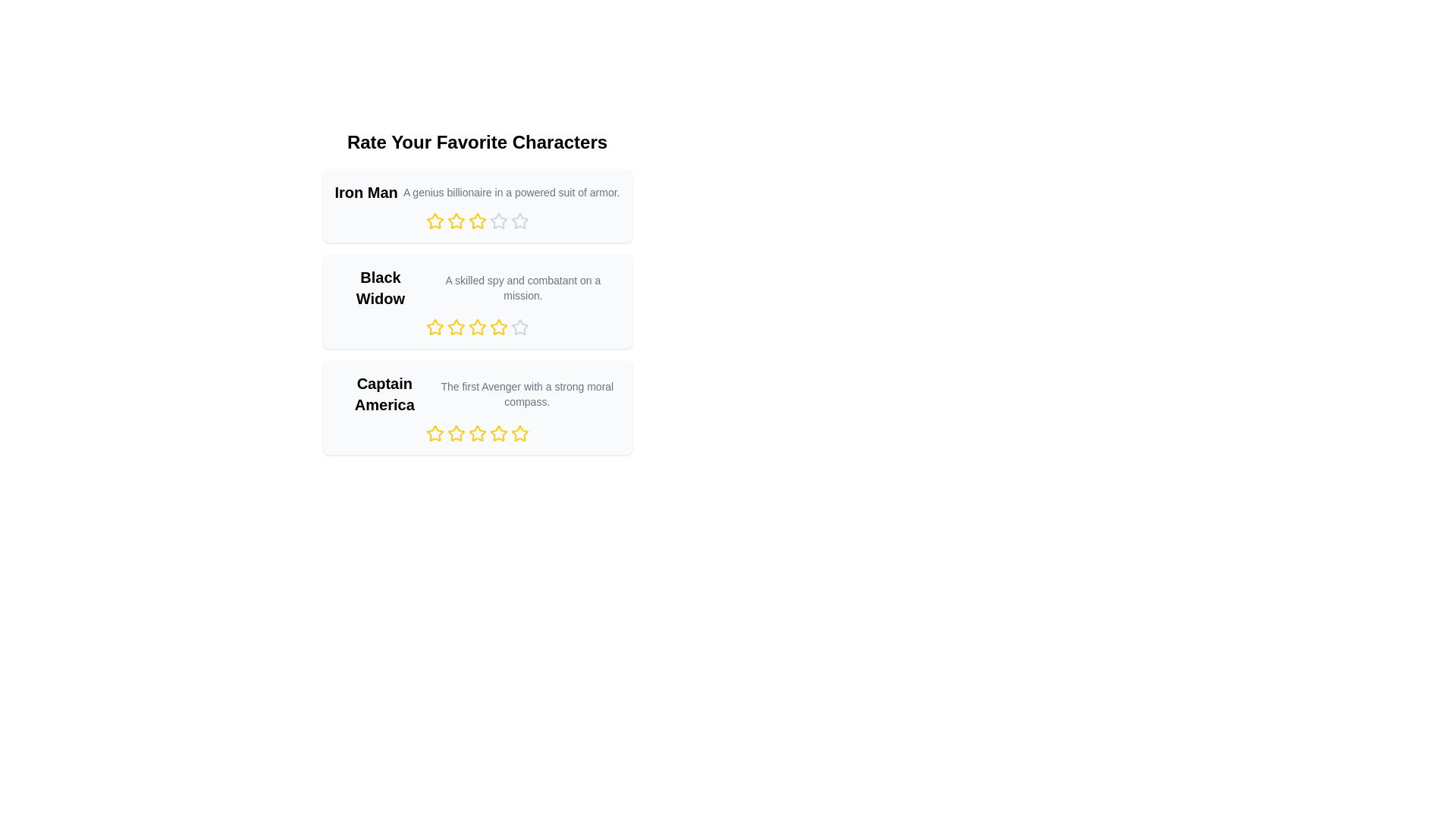 The height and width of the screenshot is (819, 1456). I want to click on the first star icon used for rating, so click(434, 433).